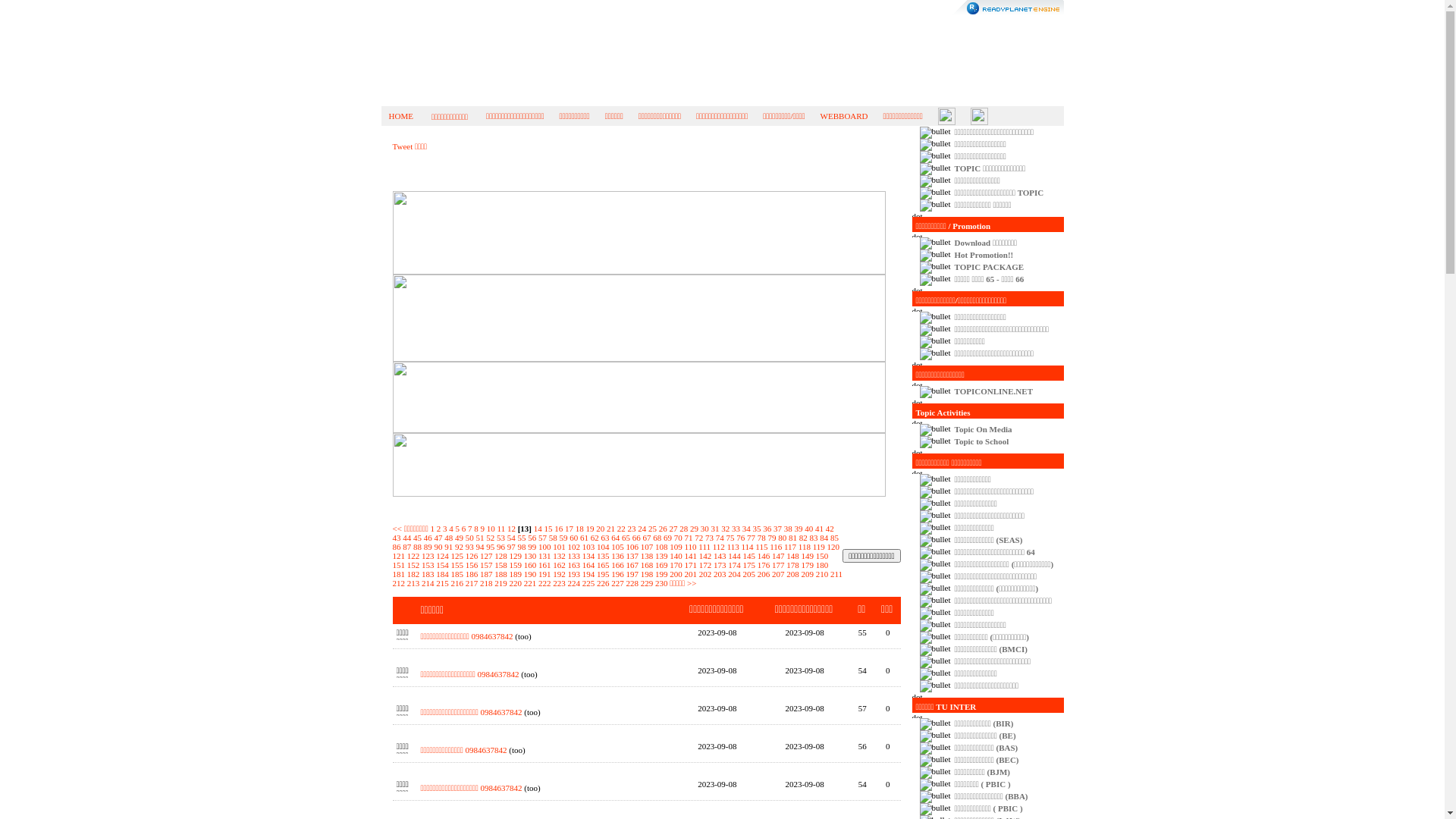 Image resolution: width=1456 pixels, height=819 pixels. What do you see at coordinates (532, 537) in the screenshot?
I see `'56'` at bounding box center [532, 537].